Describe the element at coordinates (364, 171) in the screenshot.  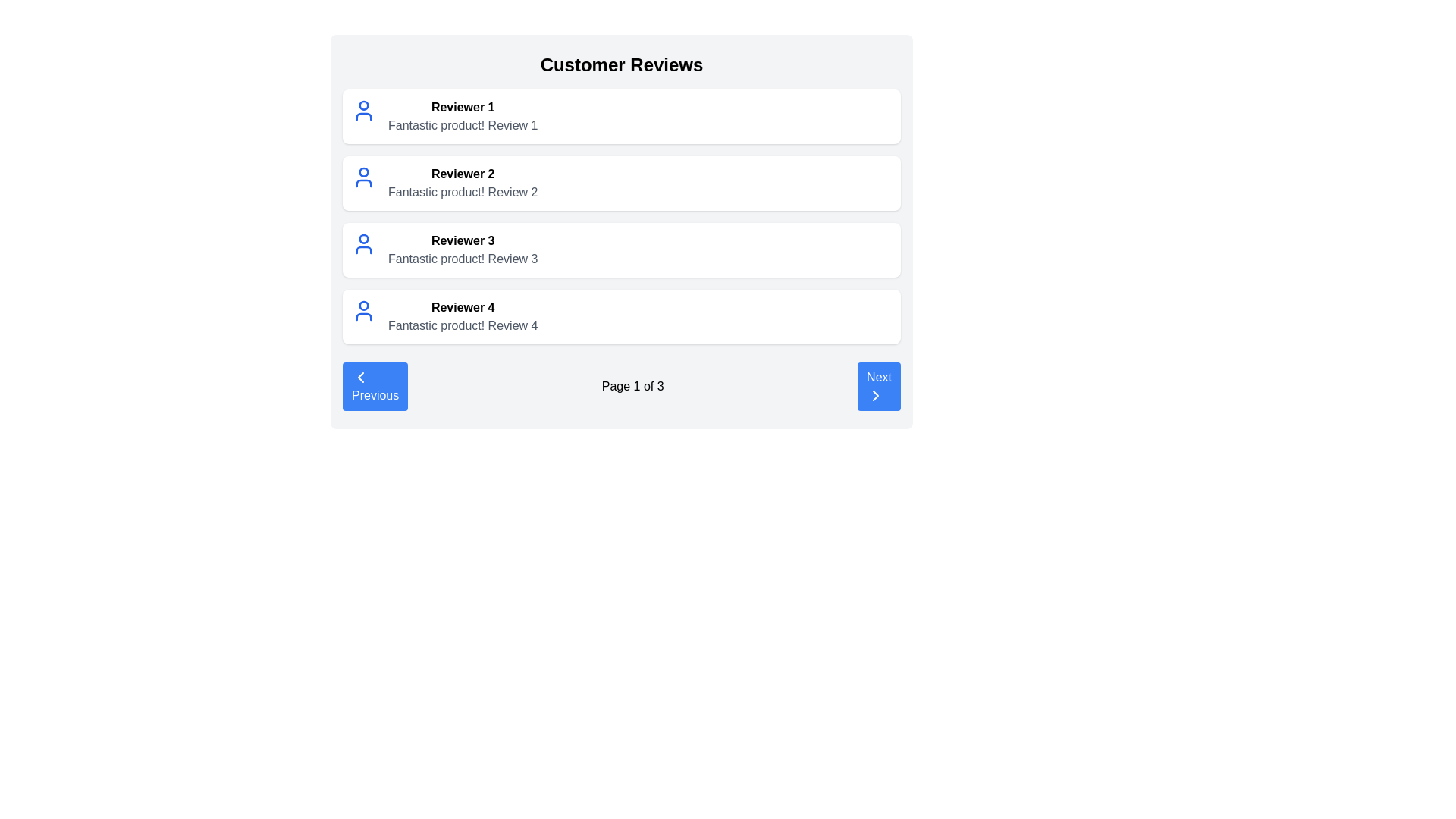
I see `the circular element located at the top center of the user's silhouette icon next to 'Reviewer 2' in the second row of the vertical list` at that location.